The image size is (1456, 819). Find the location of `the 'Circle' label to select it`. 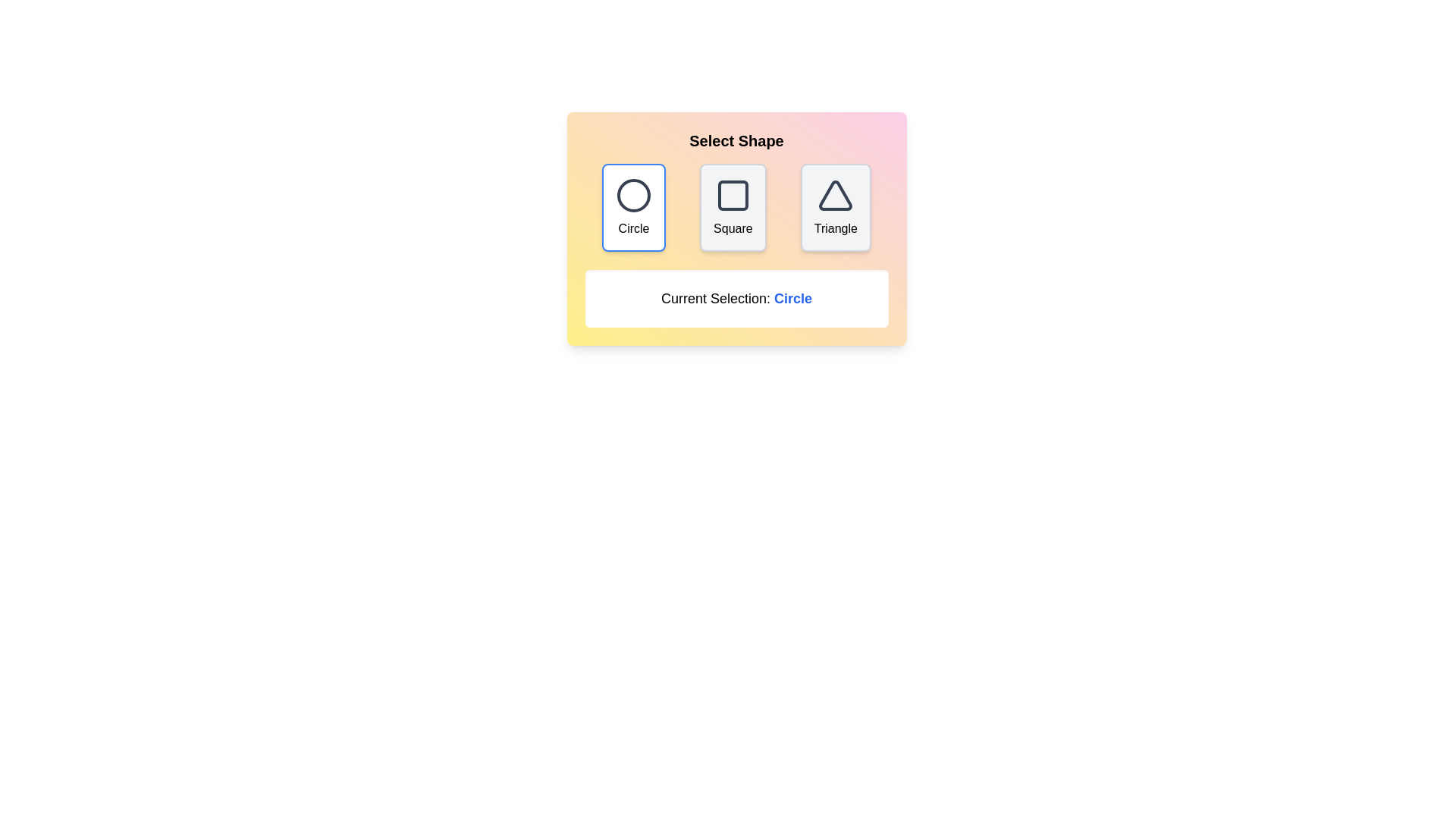

the 'Circle' label to select it is located at coordinates (633, 228).